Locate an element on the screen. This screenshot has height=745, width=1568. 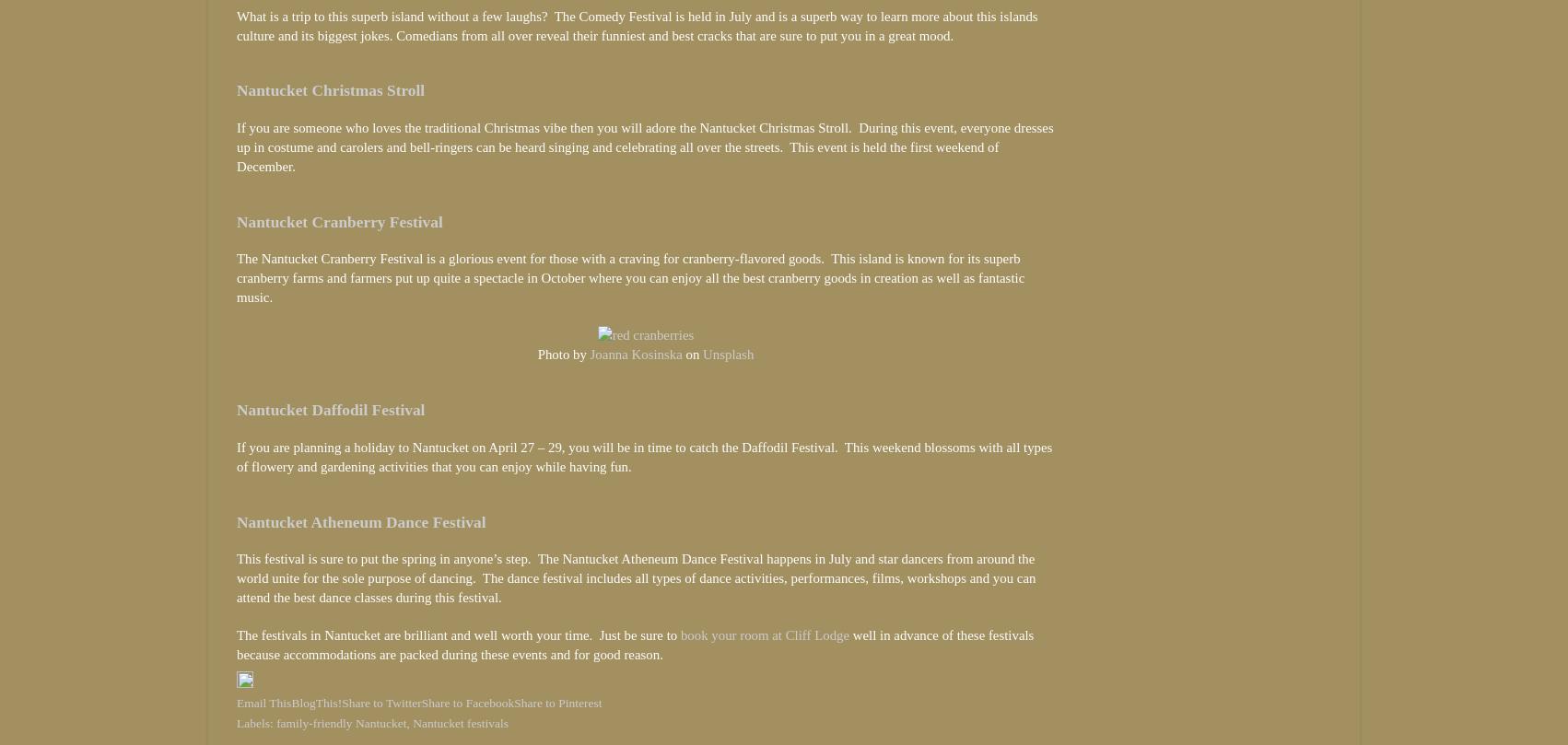
',' is located at coordinates (408, 721).